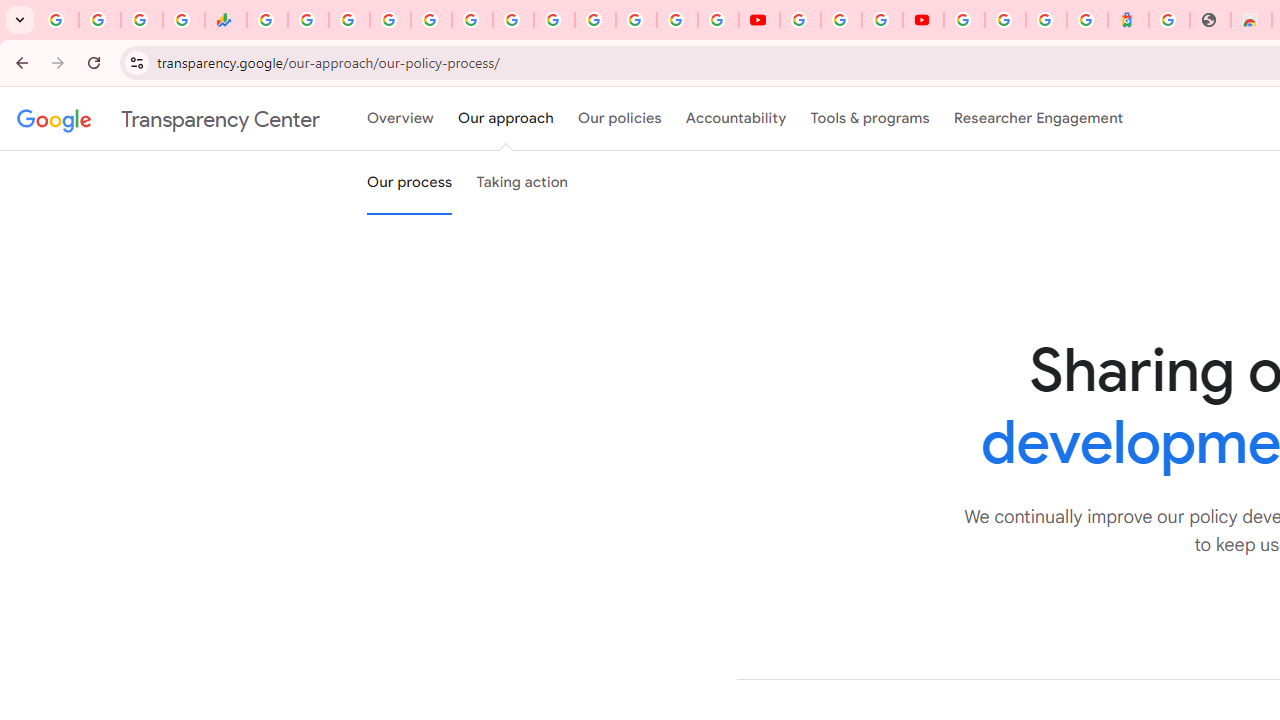 This screenshot has width=1280, height=720. What do you see at coordinates (619, 119) in the screenshot?
I see `'Our policies'` at bounding box center [619, 119].